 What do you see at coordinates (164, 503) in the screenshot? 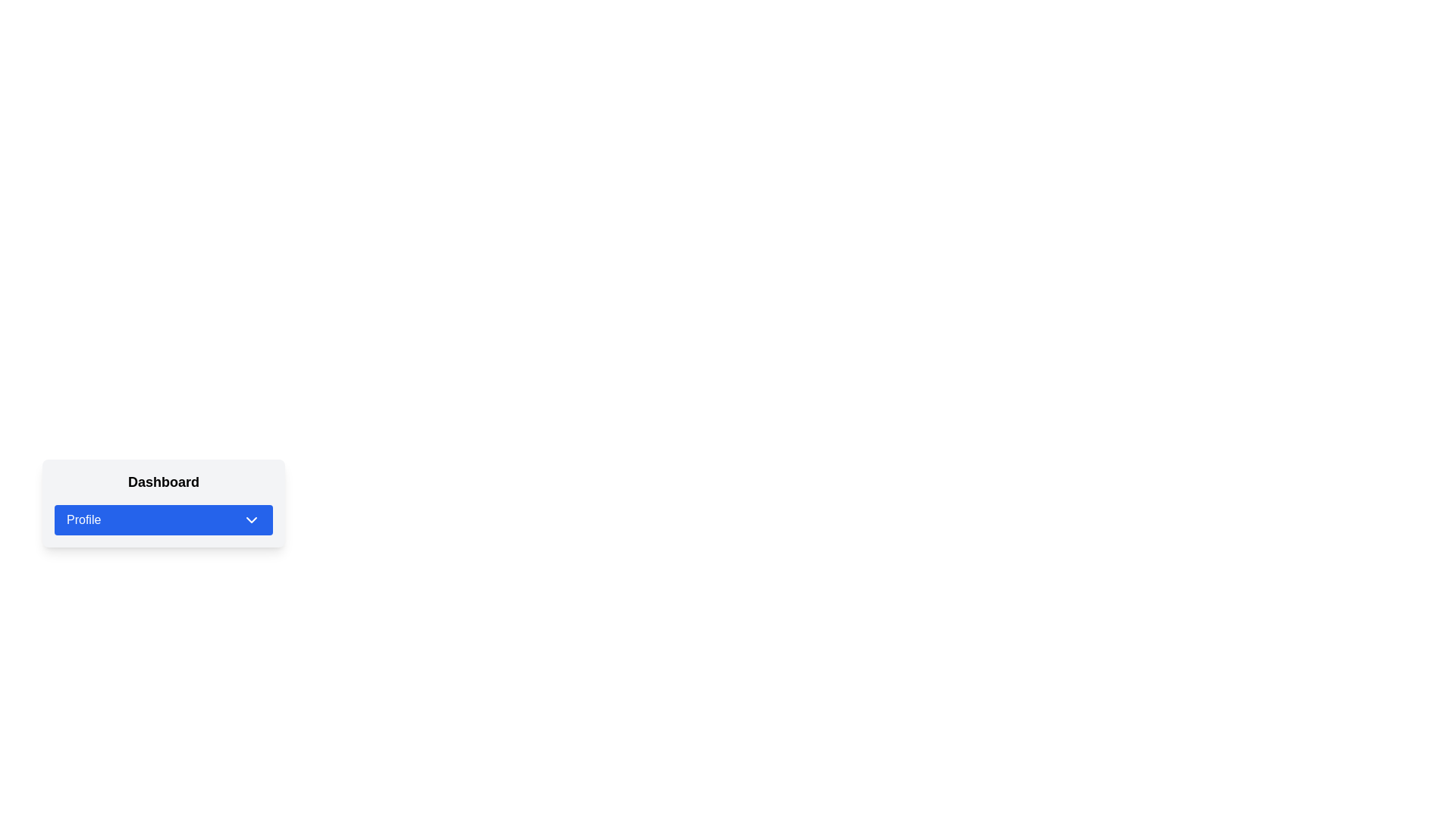
I see `the rectangular button with a blue background and white text reading 'Profile'` at bounding box center [164, 503].